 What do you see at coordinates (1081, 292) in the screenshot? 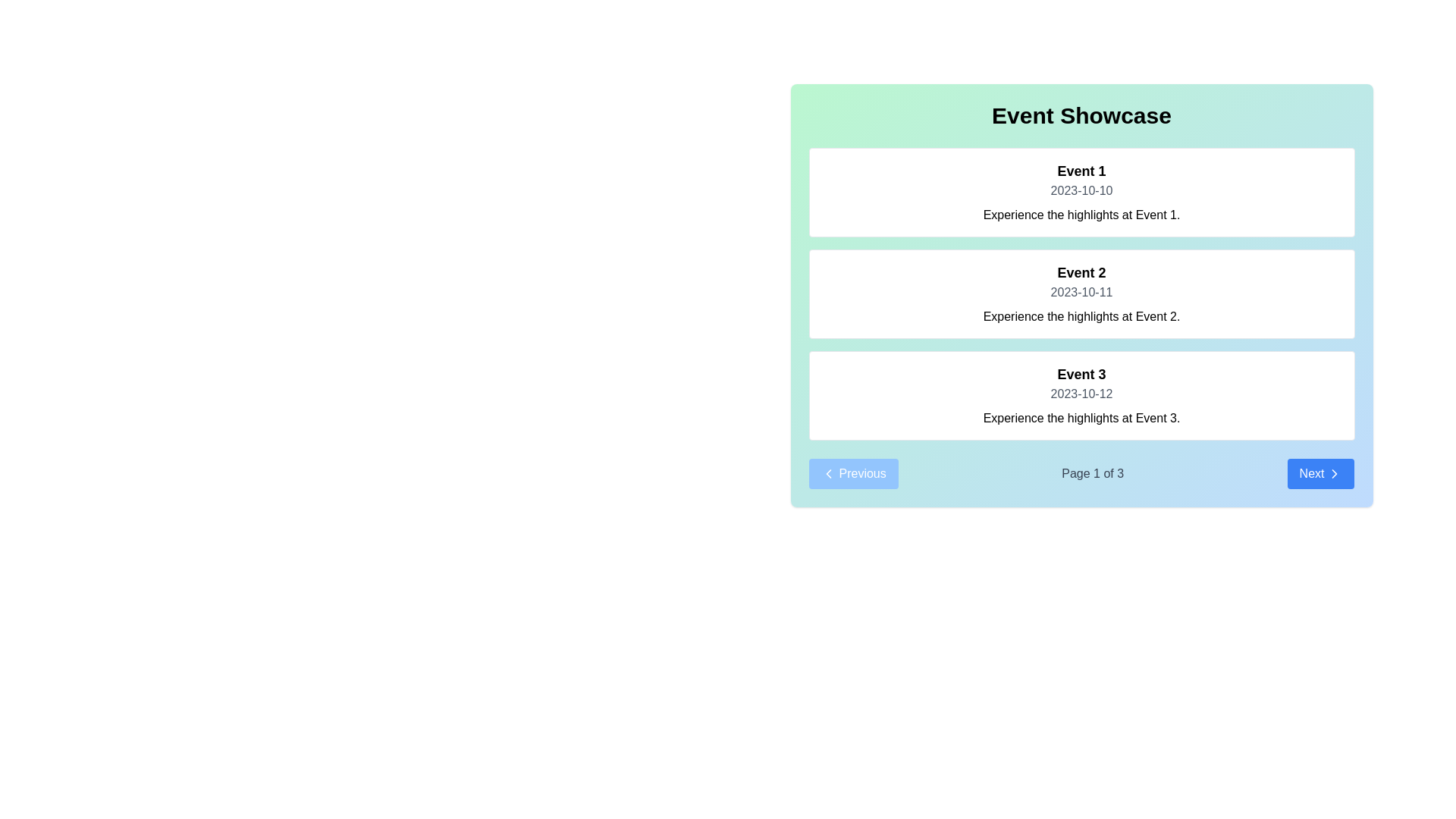
I see `the text label displaying the date of 'Event 2', which is centrally positioned below the title 'Event 2' and above the description 'Experience the highlights at Event 2'` at bounding box center [1081, 292].